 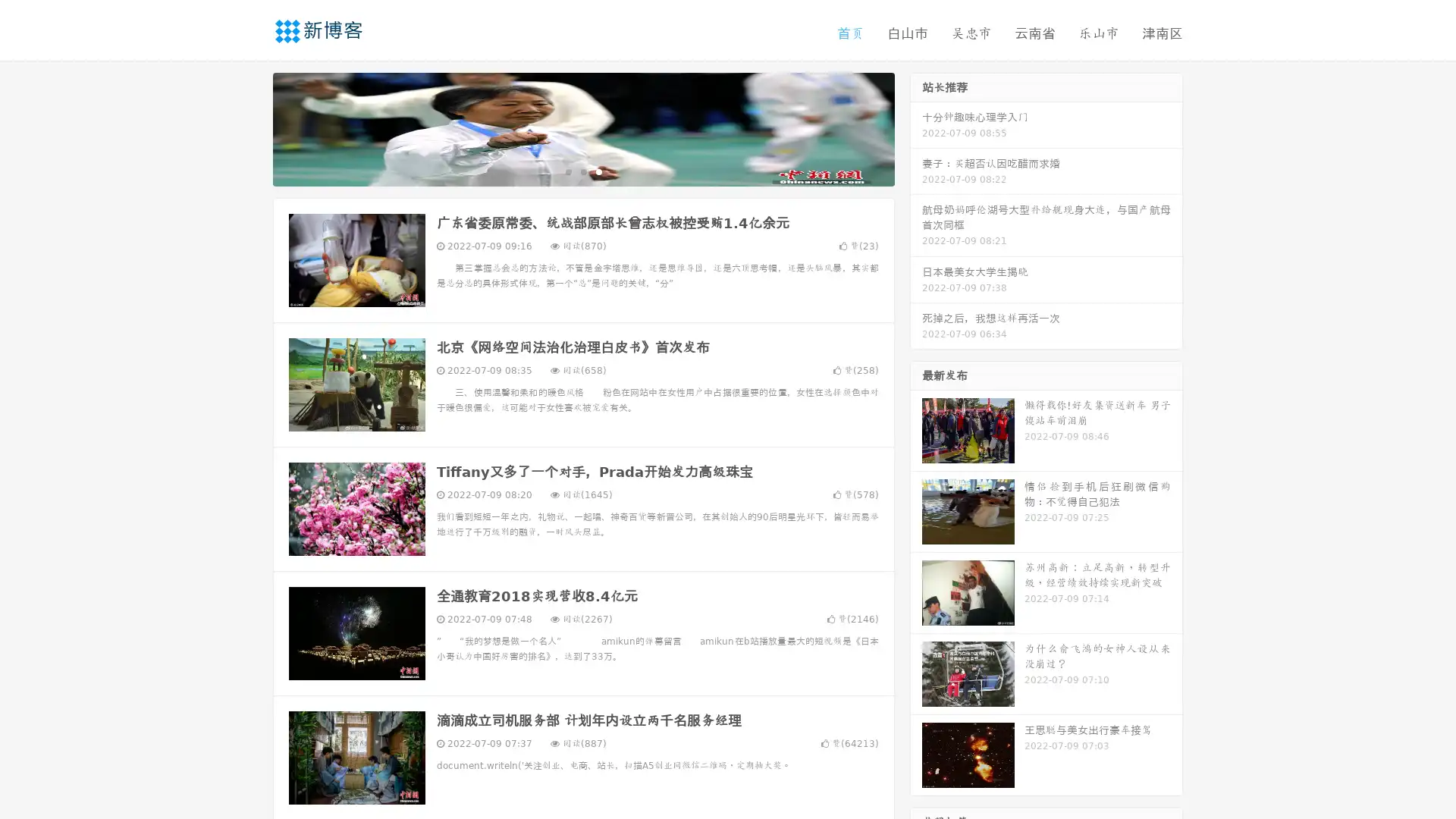 I want to click on Go to slide 3, so click(x=598, y=171).